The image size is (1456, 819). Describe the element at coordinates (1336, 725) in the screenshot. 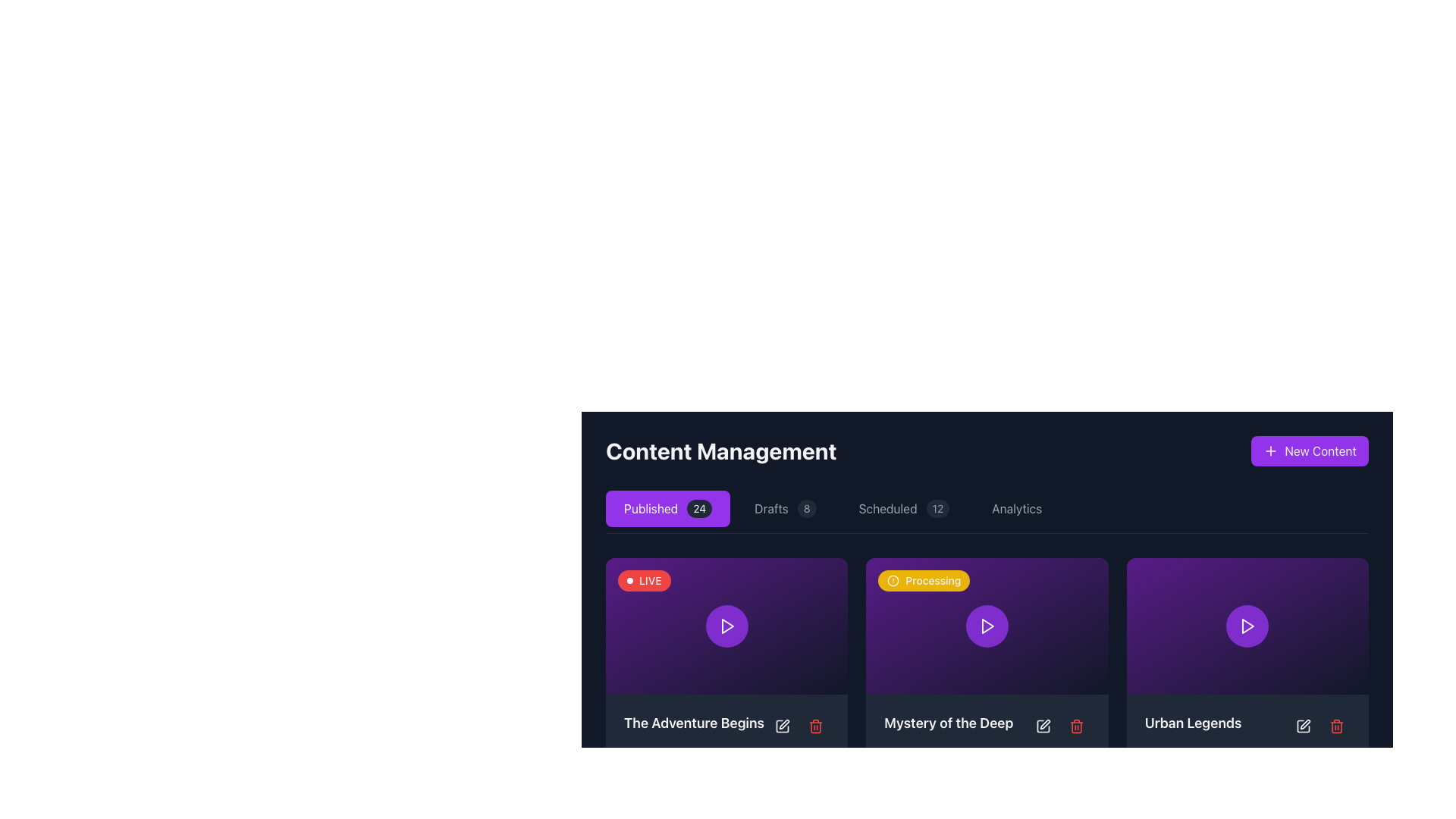

I see `the red trash icon button located at the bottom-right corner of the 'Urban Legends' card in the 'Content Management' section, which signifies a delete action` at that location.